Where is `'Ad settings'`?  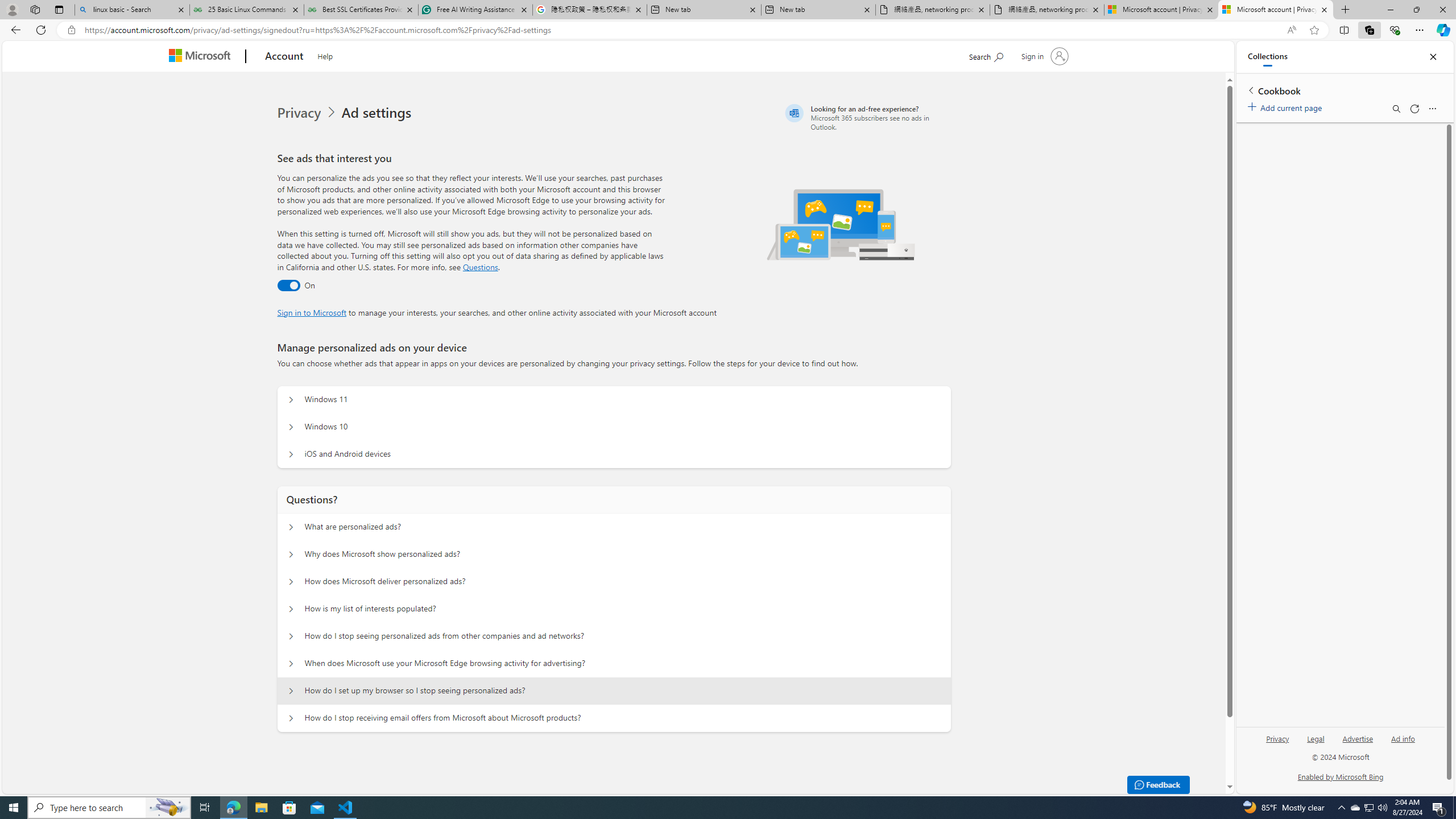 'Ad settings' is located at coordinates (378, 113).